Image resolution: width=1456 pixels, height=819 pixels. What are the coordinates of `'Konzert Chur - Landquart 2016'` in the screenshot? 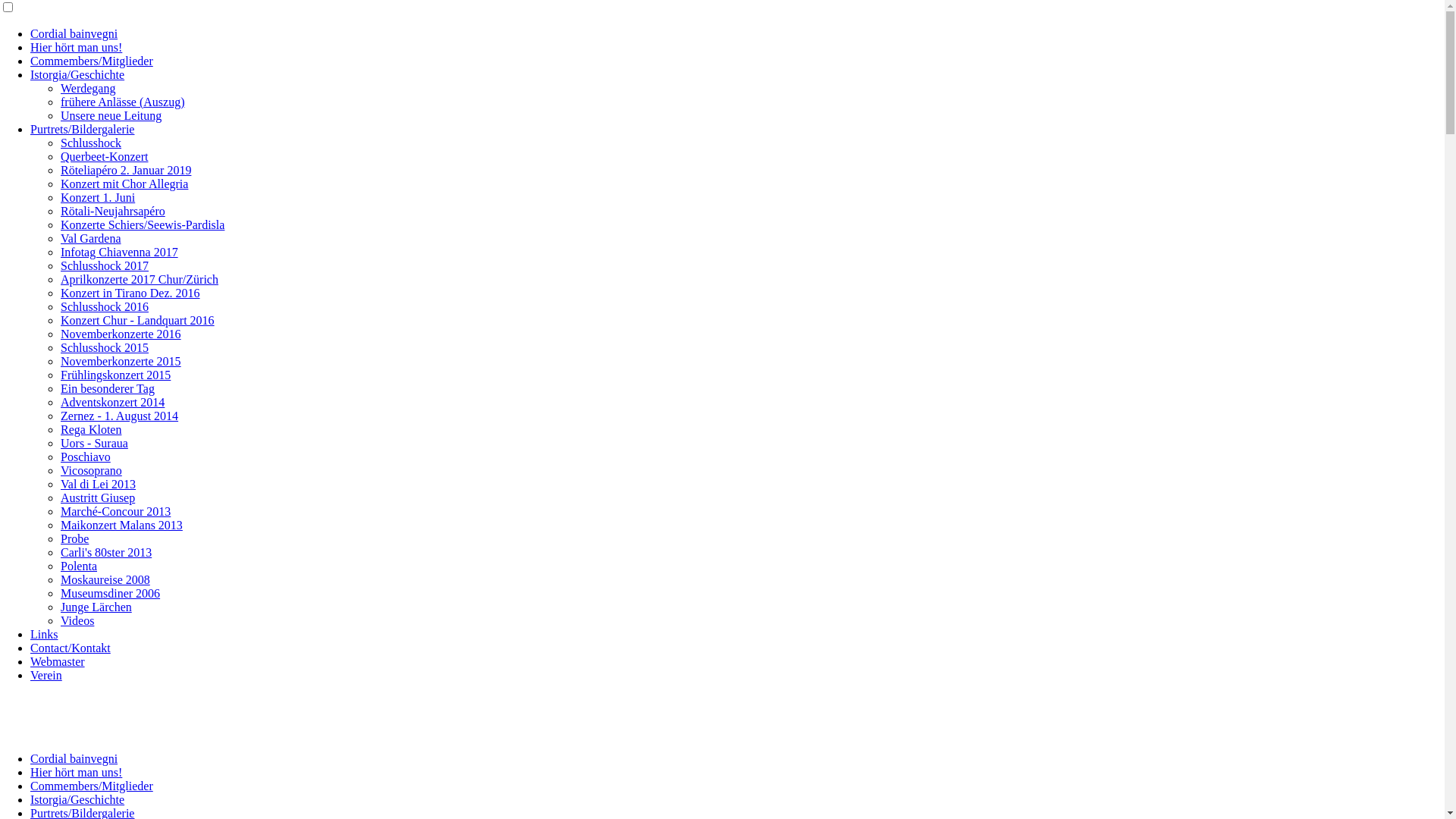 It's located at (137, 319).